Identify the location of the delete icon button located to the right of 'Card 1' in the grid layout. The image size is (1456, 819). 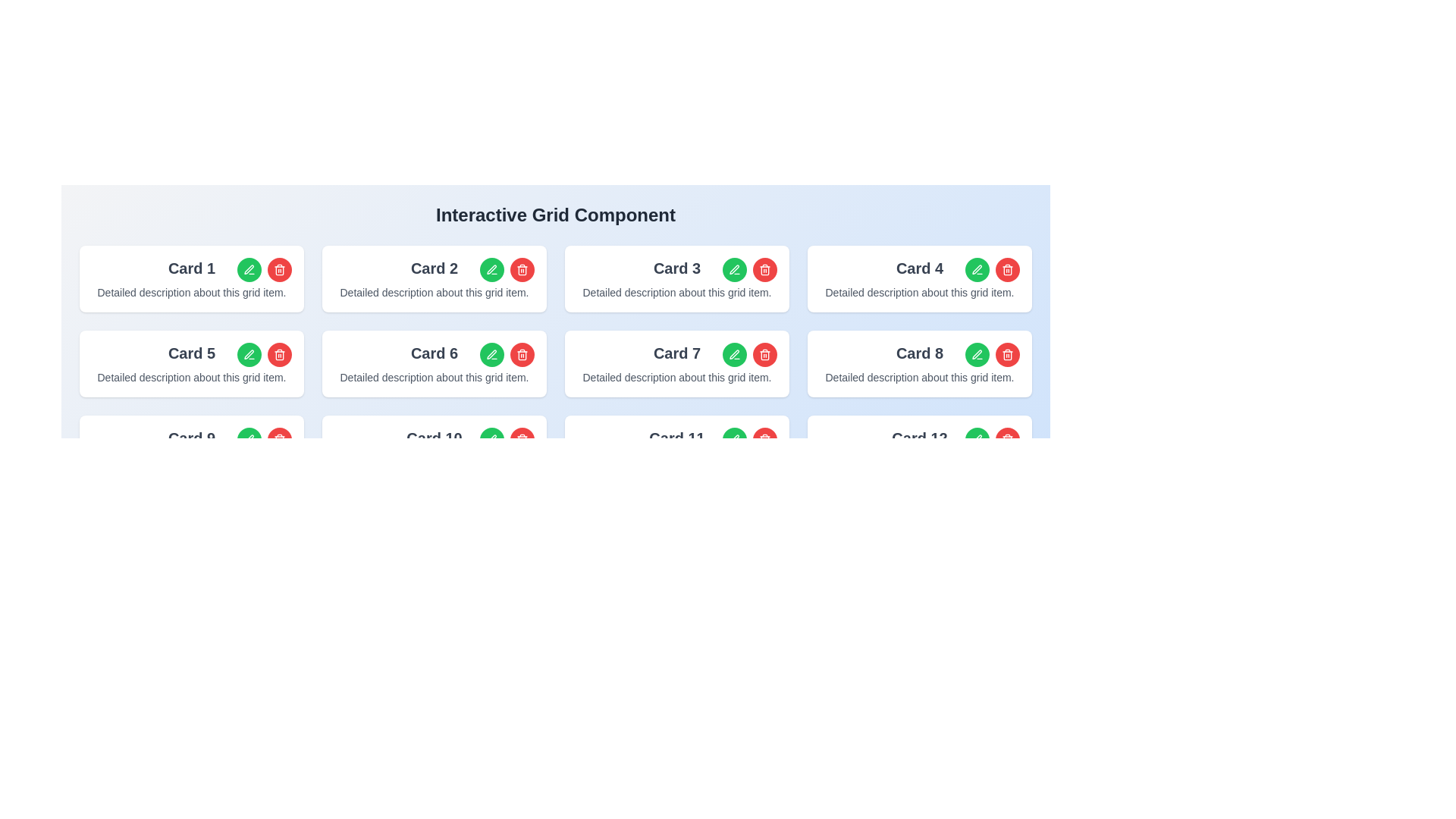
(280, 268).